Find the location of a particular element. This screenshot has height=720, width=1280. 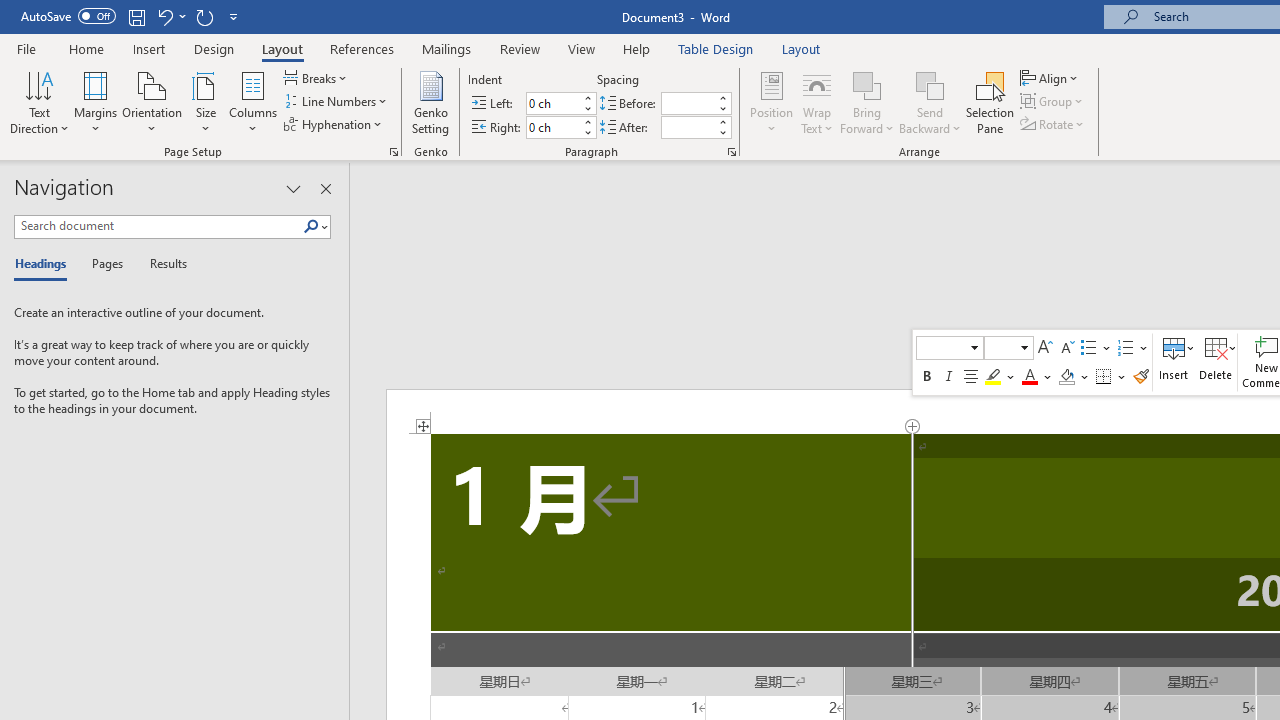

'Bring Forward' is located at coordinates (867, 103).